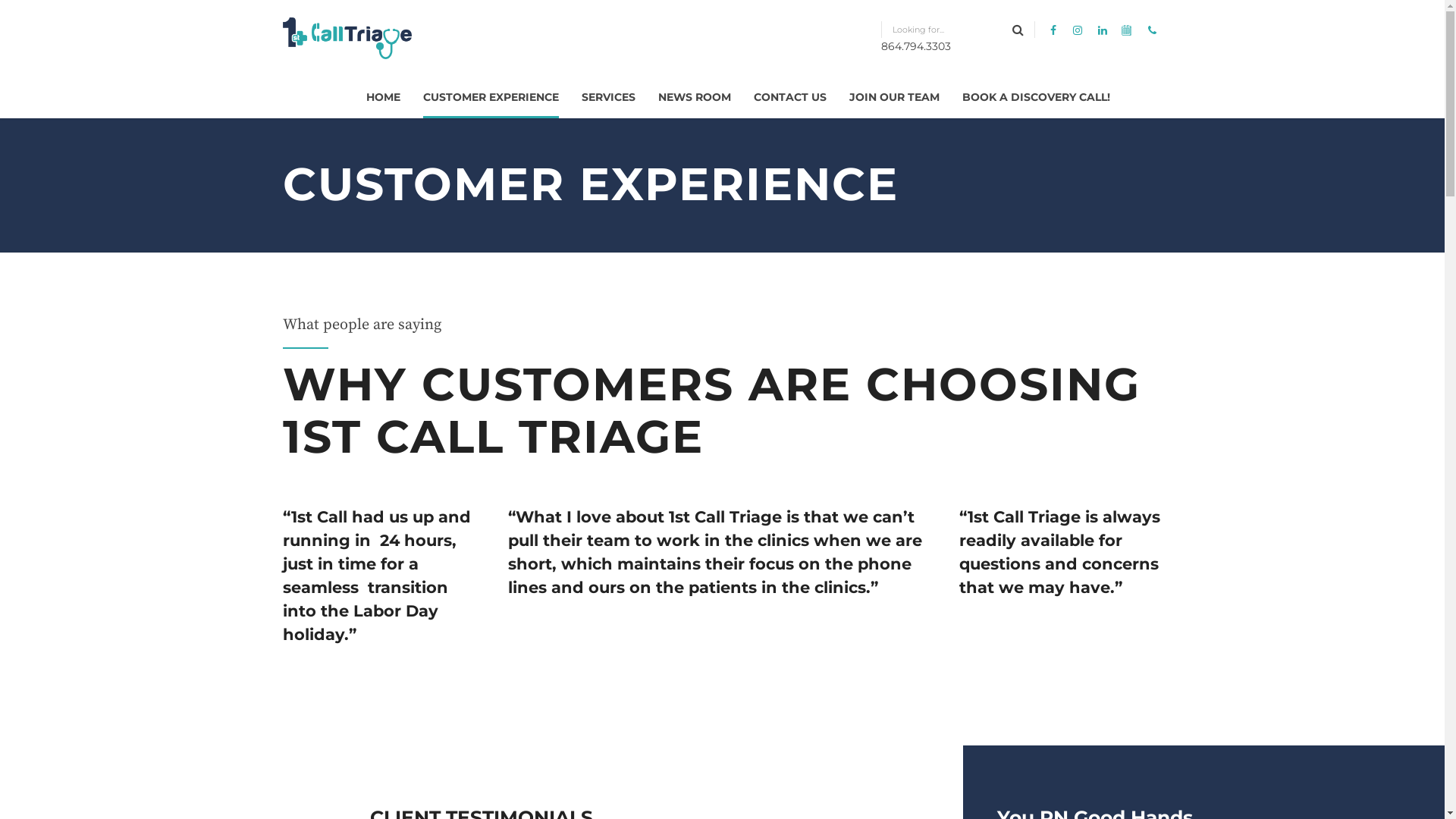  I want to click on 'SERVICES', so click(580, 97).